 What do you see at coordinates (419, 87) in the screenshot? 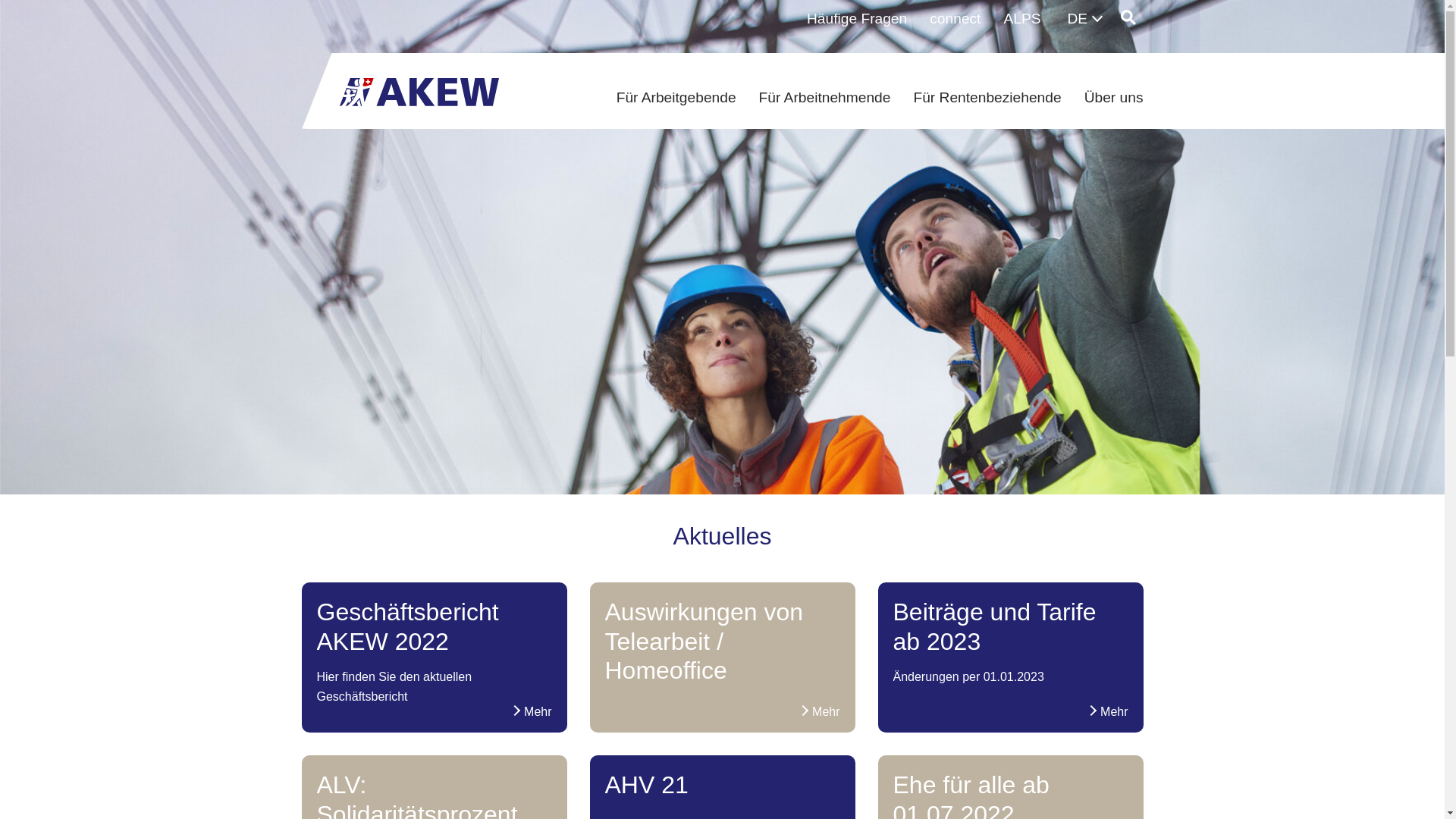
I see `'Home'` at bounding box center [419, 87].